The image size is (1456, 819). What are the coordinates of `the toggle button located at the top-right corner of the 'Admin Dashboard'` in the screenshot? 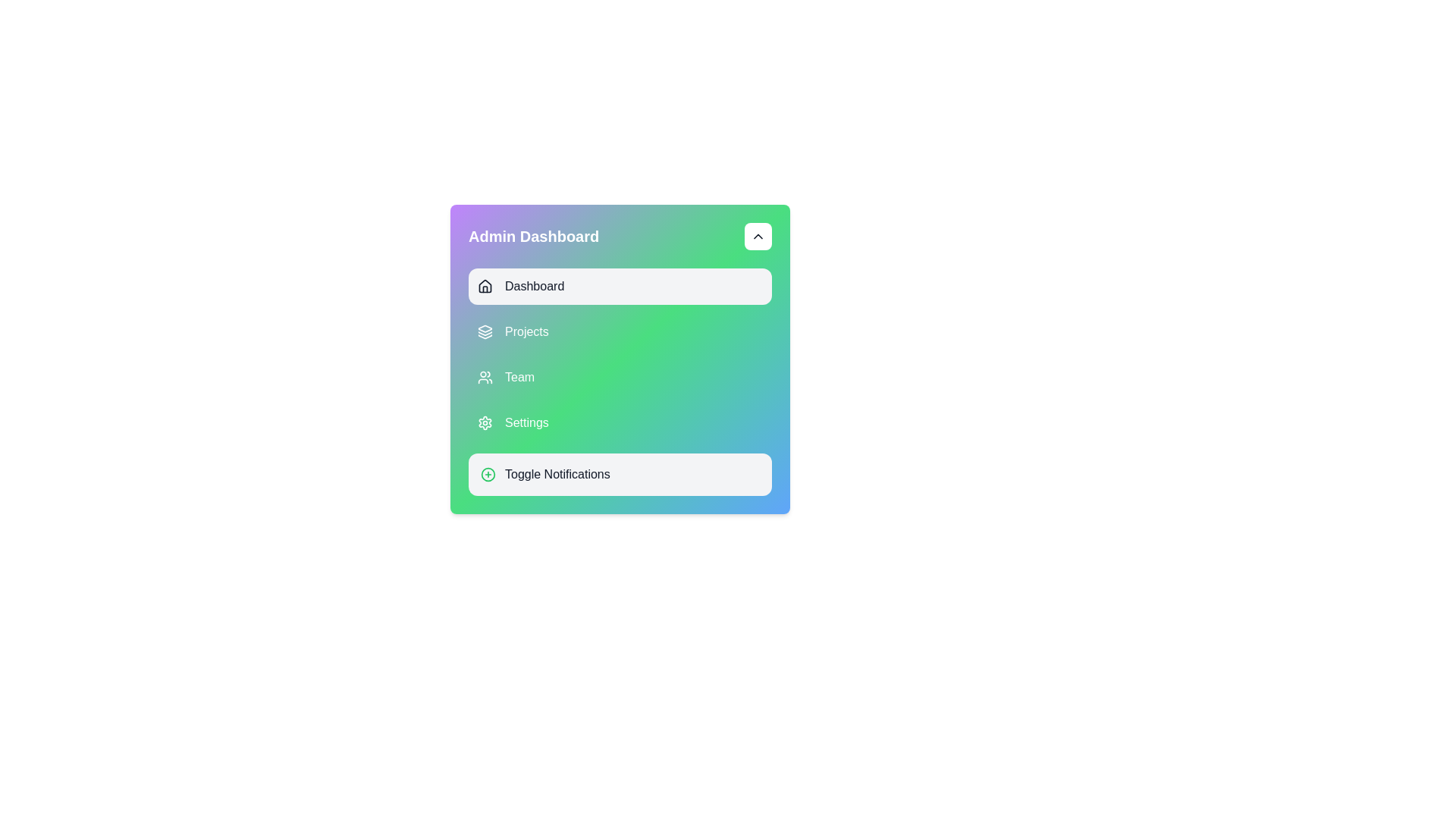 It's located at (758, 237).